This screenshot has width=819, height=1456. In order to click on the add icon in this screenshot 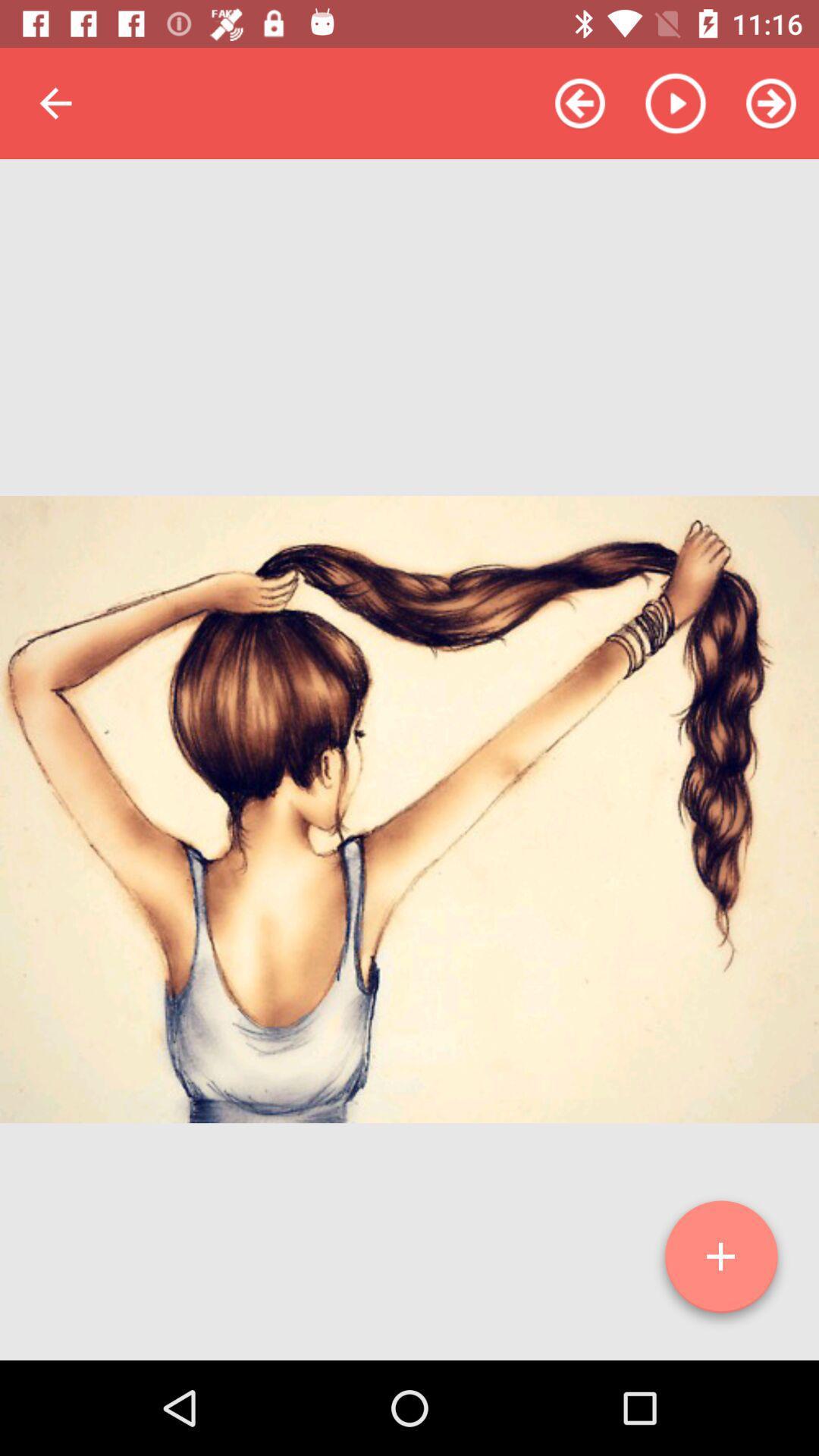, I will do `click(720, 1263)`.